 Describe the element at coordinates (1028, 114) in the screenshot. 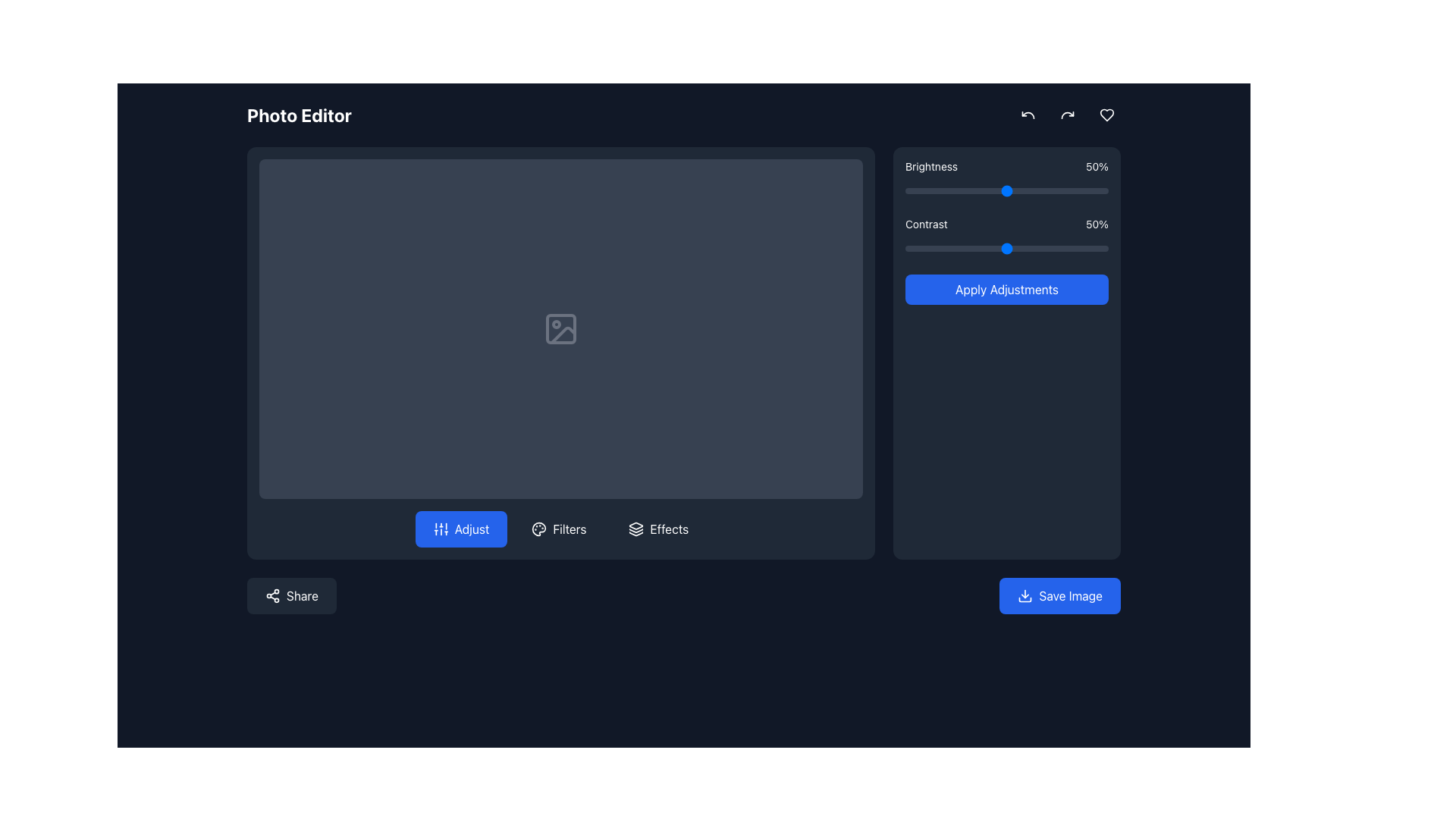

I see `the undo icon button located at the top-right corner of the interface, to the left of the redo icon` at that location.